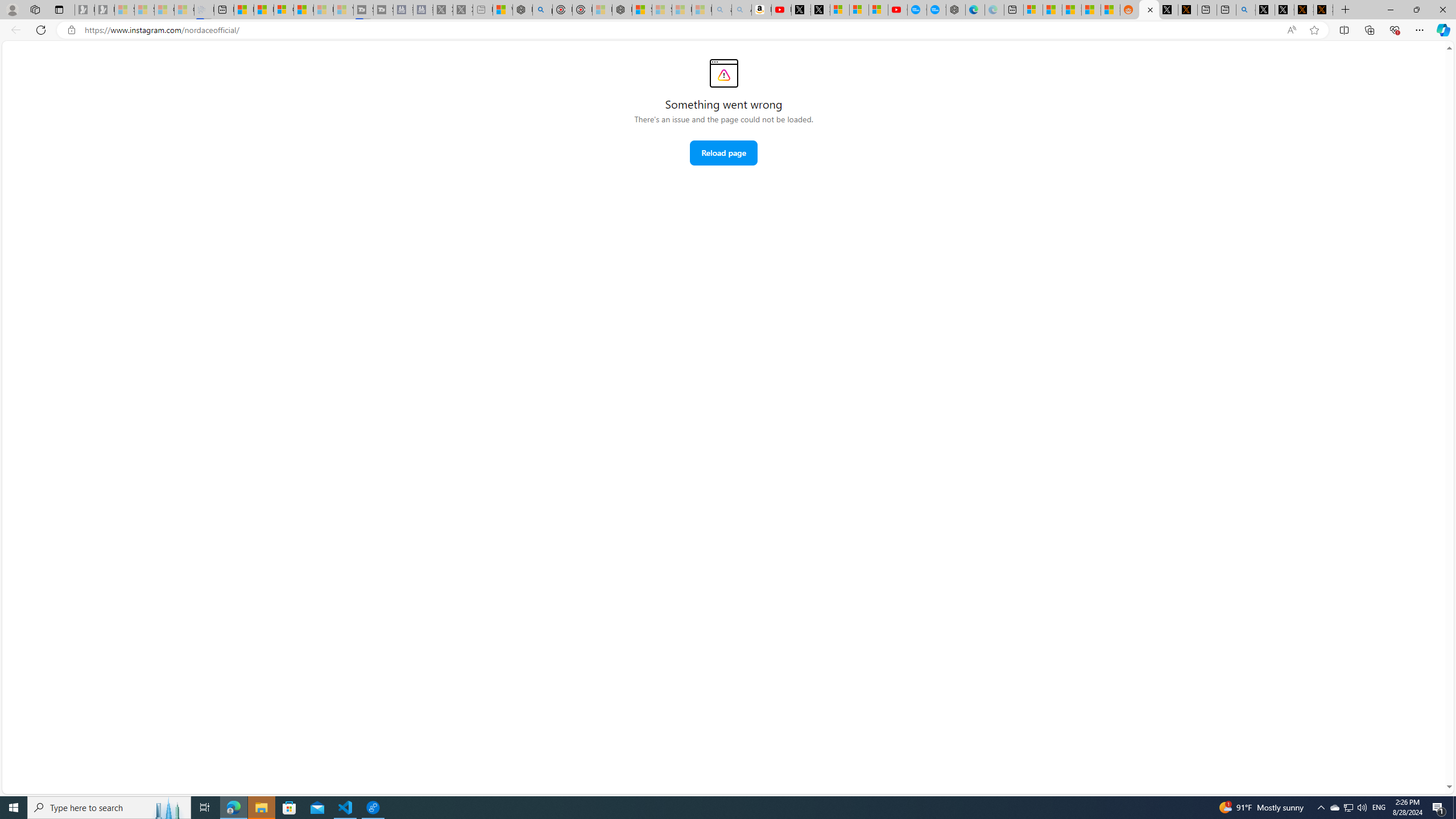  I want to click on 'amazon - Search - Sleeping', so click(721, 9).